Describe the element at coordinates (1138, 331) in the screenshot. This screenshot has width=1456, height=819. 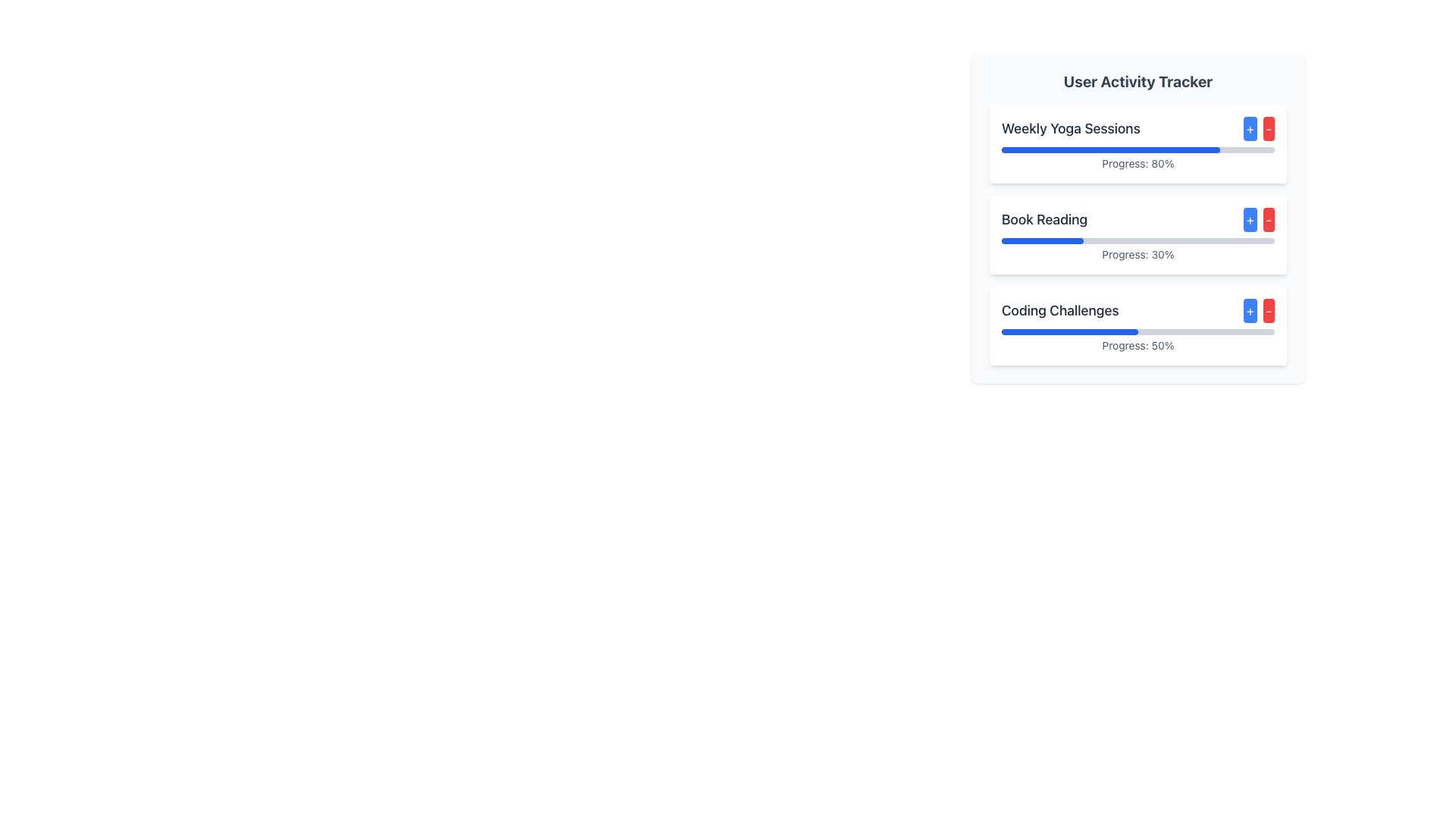
I see `the horizontal progress bar representing 50% progress located beneath the 'Coding Challenges' text and above the 'Progress: 50%' text in the 'User Activity Tracker' section` at that location.